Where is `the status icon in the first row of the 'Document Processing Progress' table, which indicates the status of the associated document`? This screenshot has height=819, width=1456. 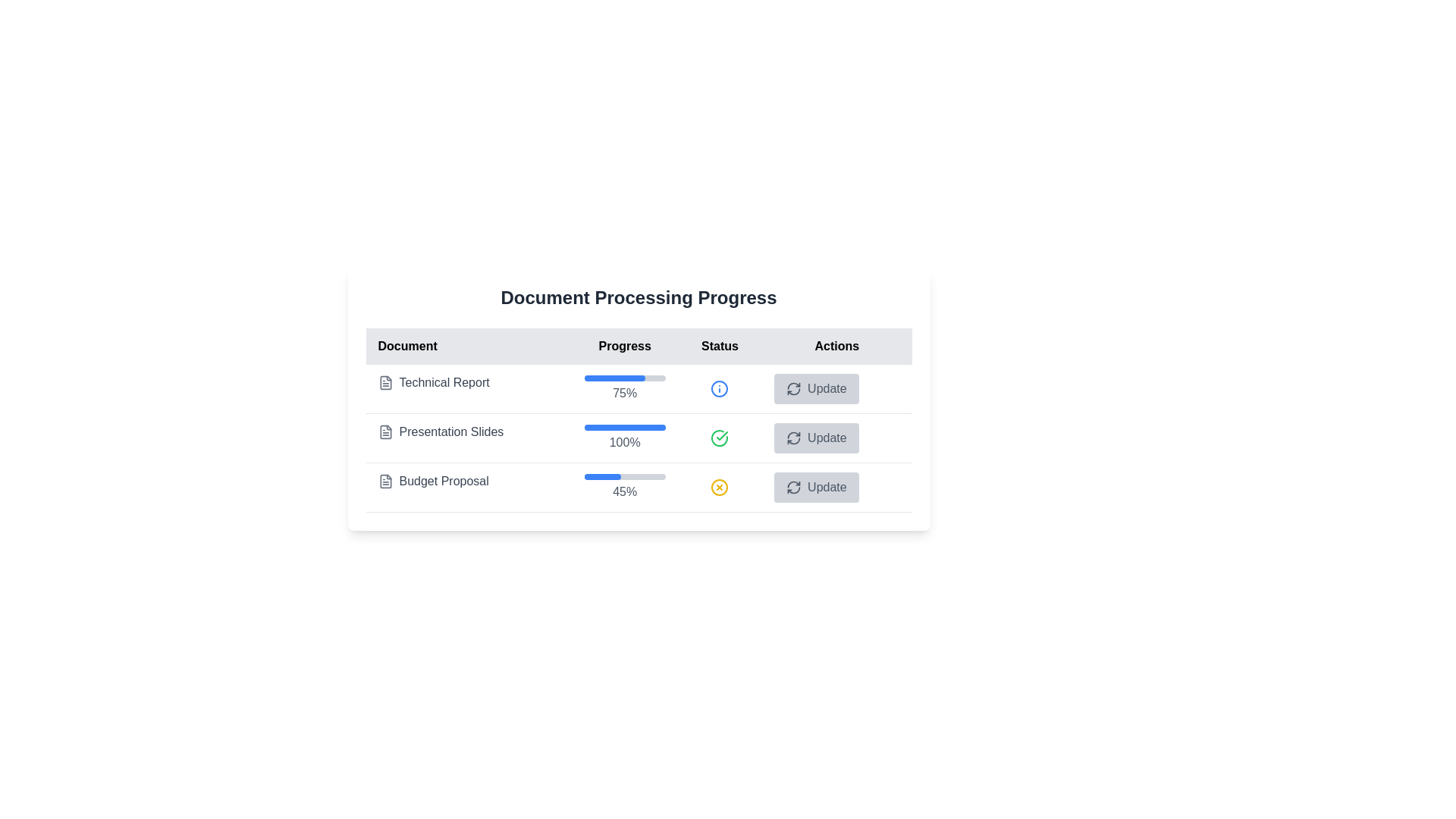
the status icon in the first row of the 'Document Processing Progress' table, which indicates the status of the associated document is located at coordinates (719, 388).